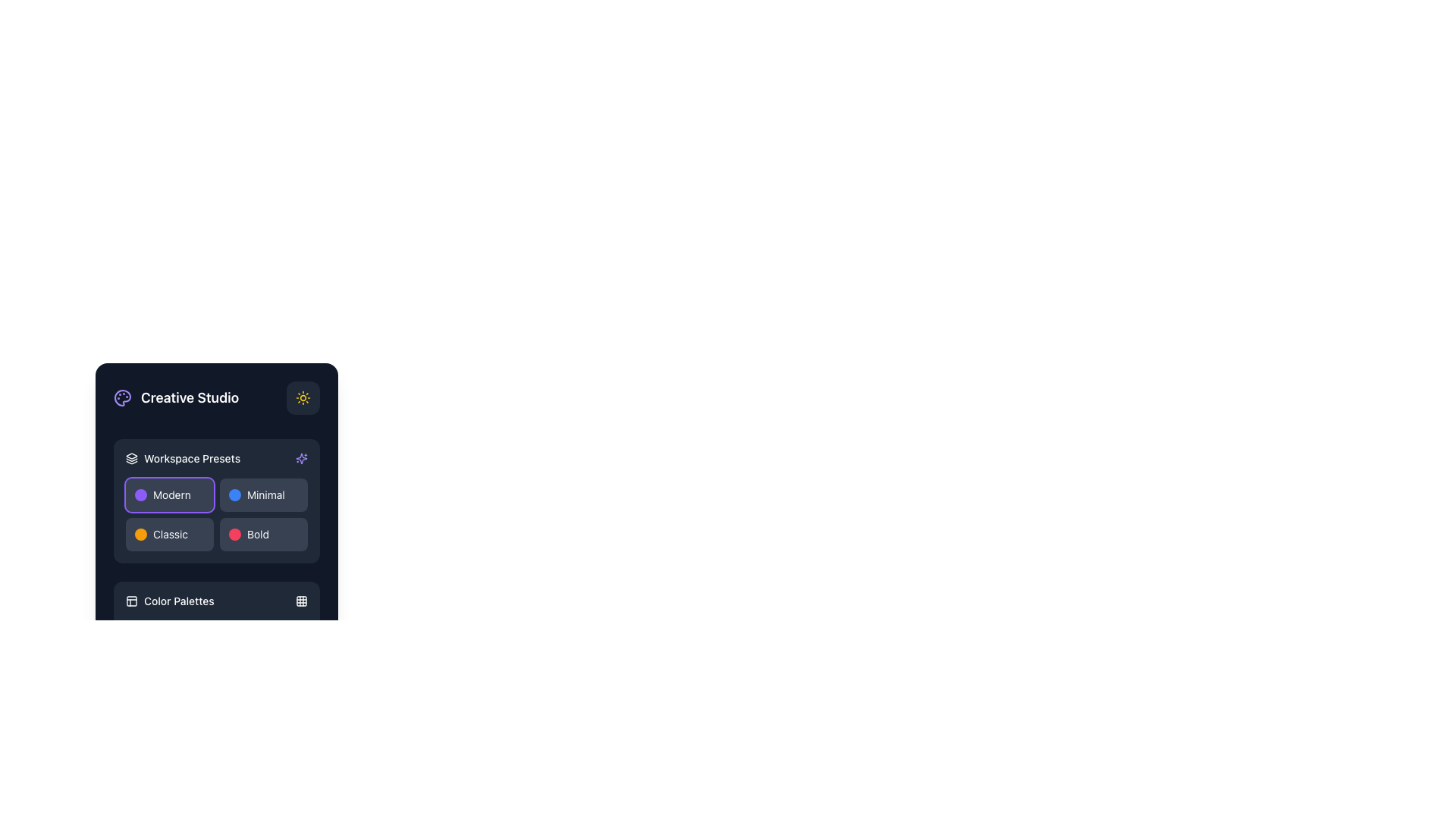 The image size is (1456, 819). I want to click on the decorative icon located in the 'Workspace Presets' section, positioned to the far right of the row header, adjacent to the text label and other icons, so click(302, 458).